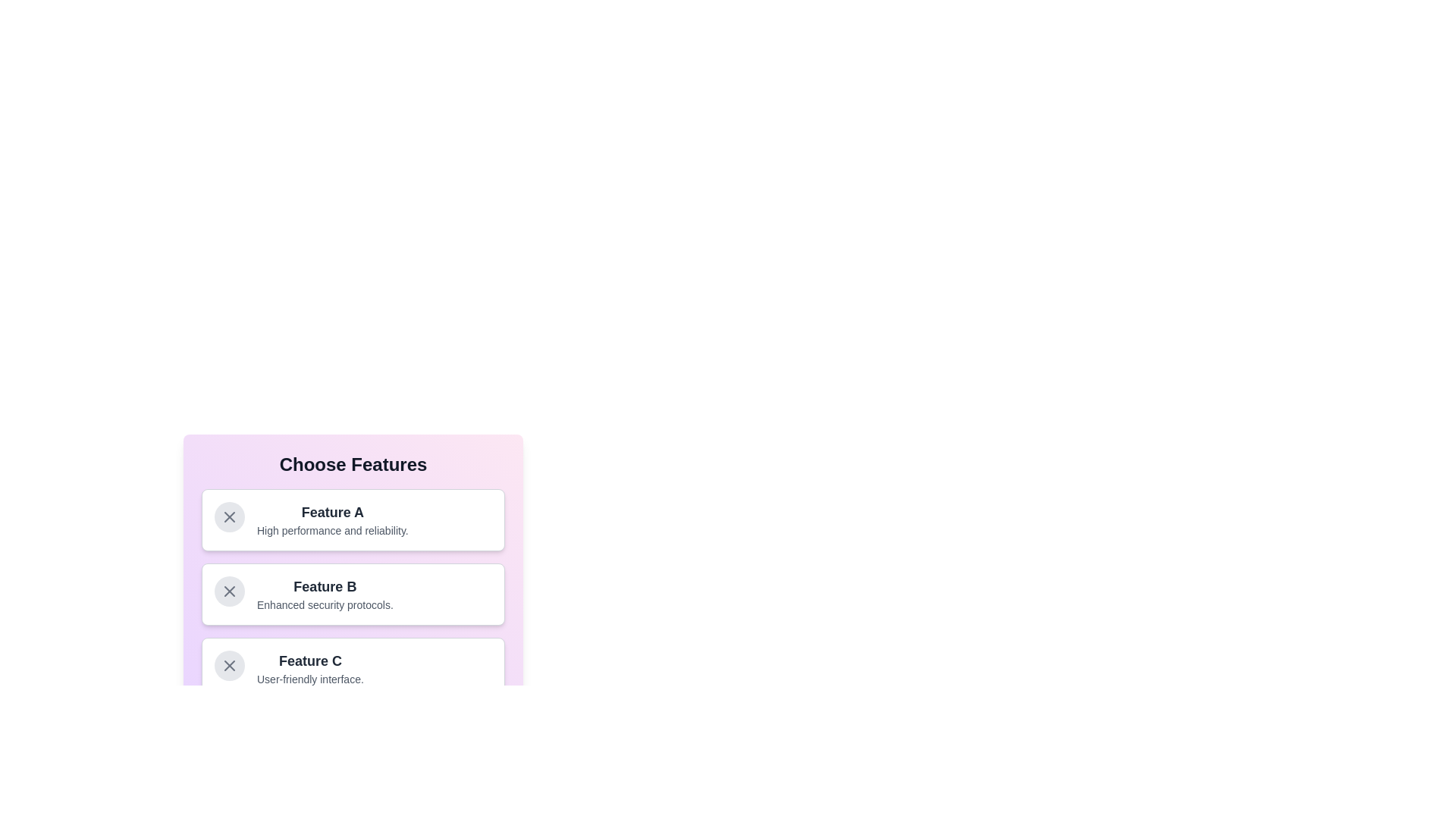 The height and width of the screenshot is (819, 1456). I want to click on keyboard navigation, so click(352, 668).